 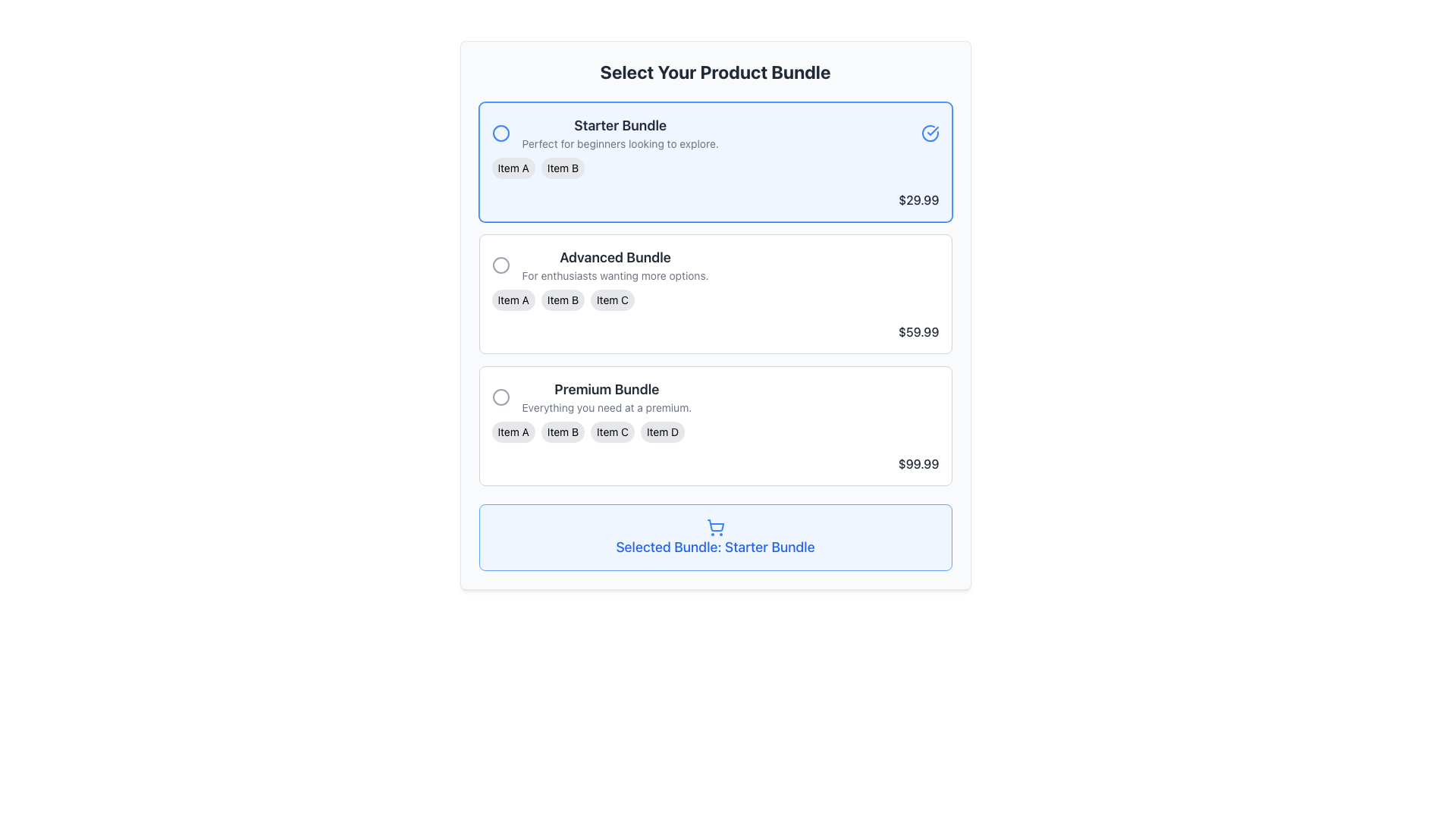 I want to click on the shopping cart icon component located at the bottom of the interface within the blue box labeled 'Selected Bundle: Starter Bundle', so click(x=714, y=524).